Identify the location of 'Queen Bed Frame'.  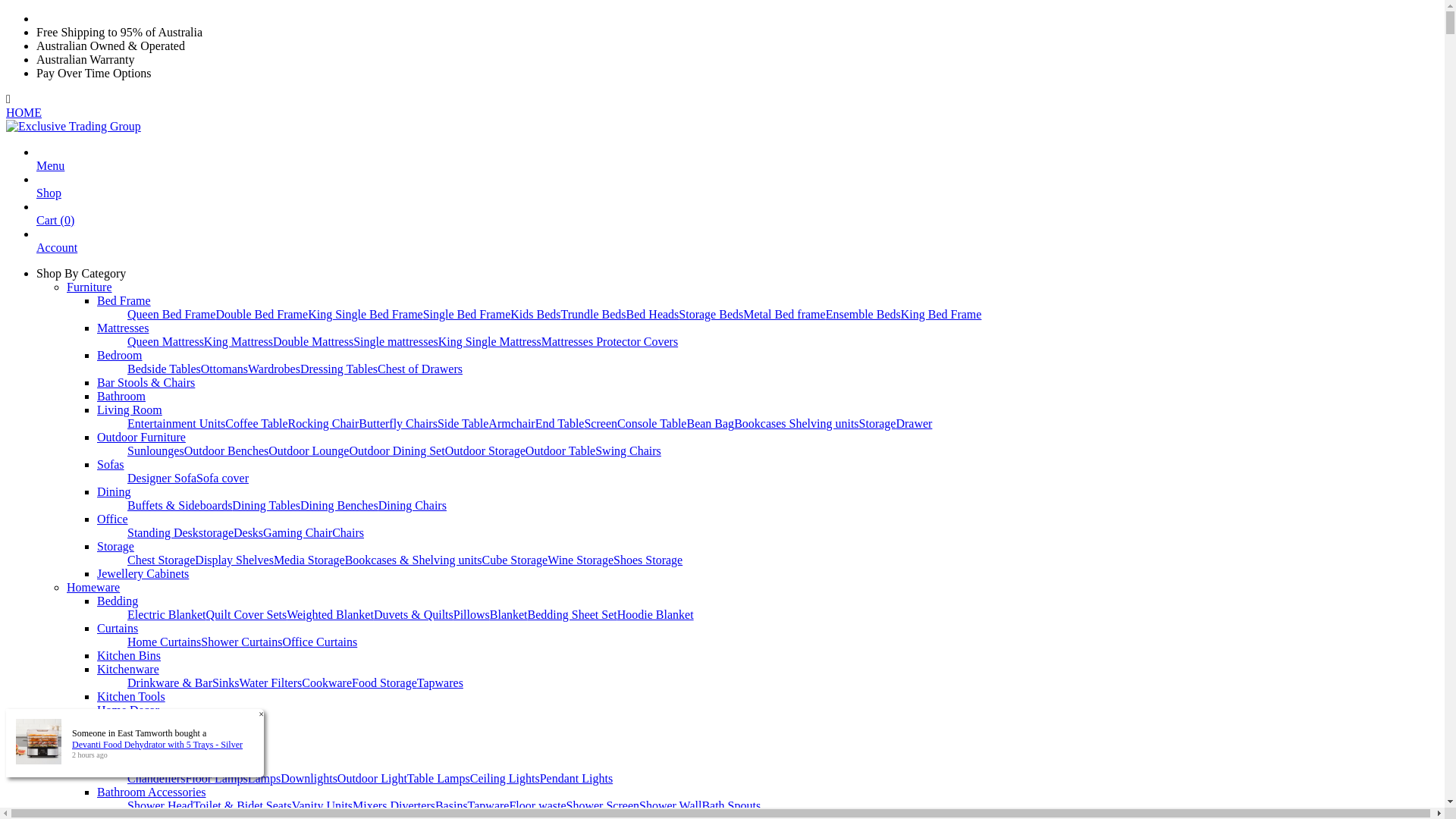
(171, 313).